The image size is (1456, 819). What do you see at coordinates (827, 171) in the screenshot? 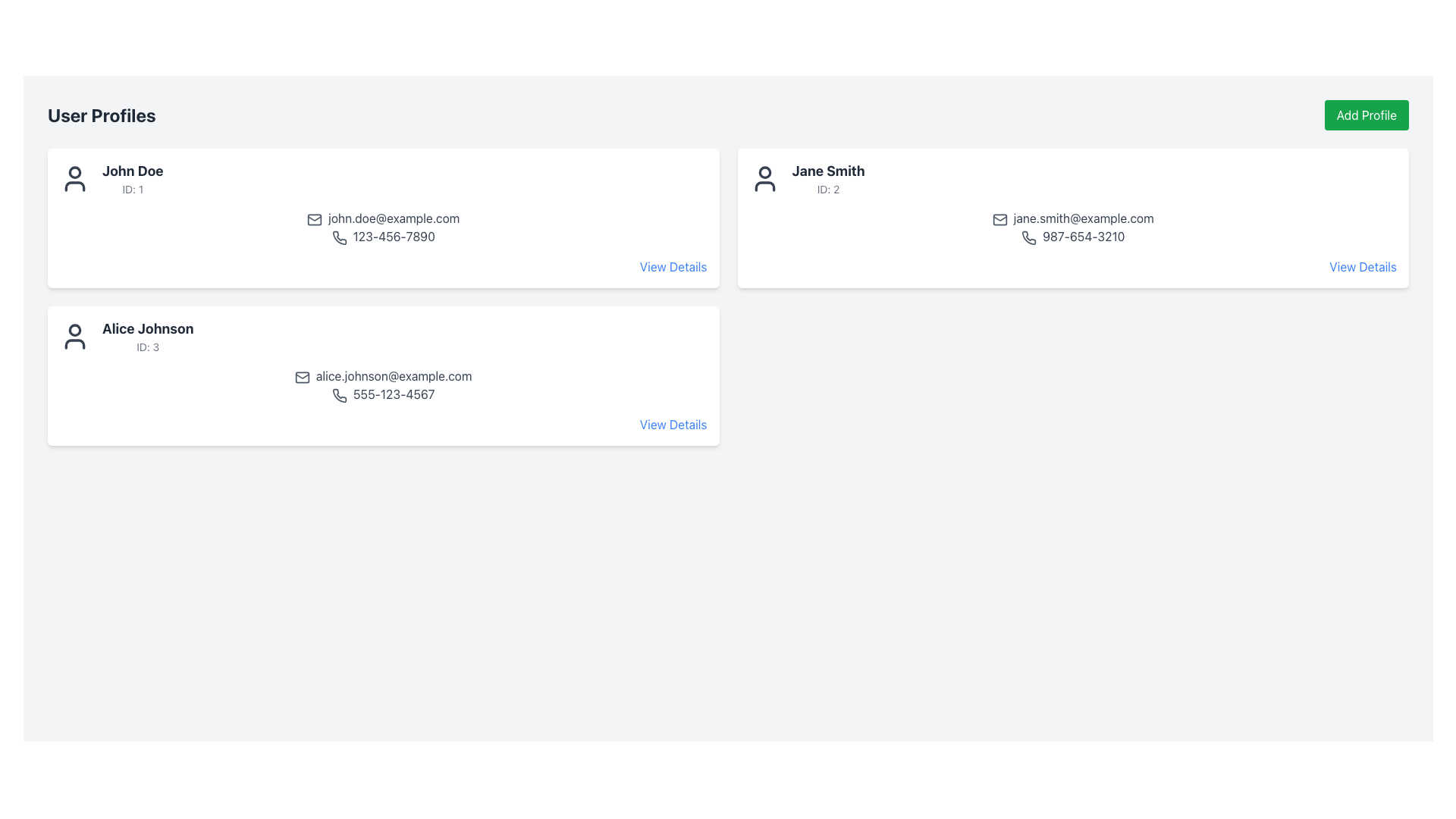
I see `the text label displaying 'Jane Smith' in bold font located in the upper-right user profile card, above the 'ID: 2' label` at bounding box center [827, 171].